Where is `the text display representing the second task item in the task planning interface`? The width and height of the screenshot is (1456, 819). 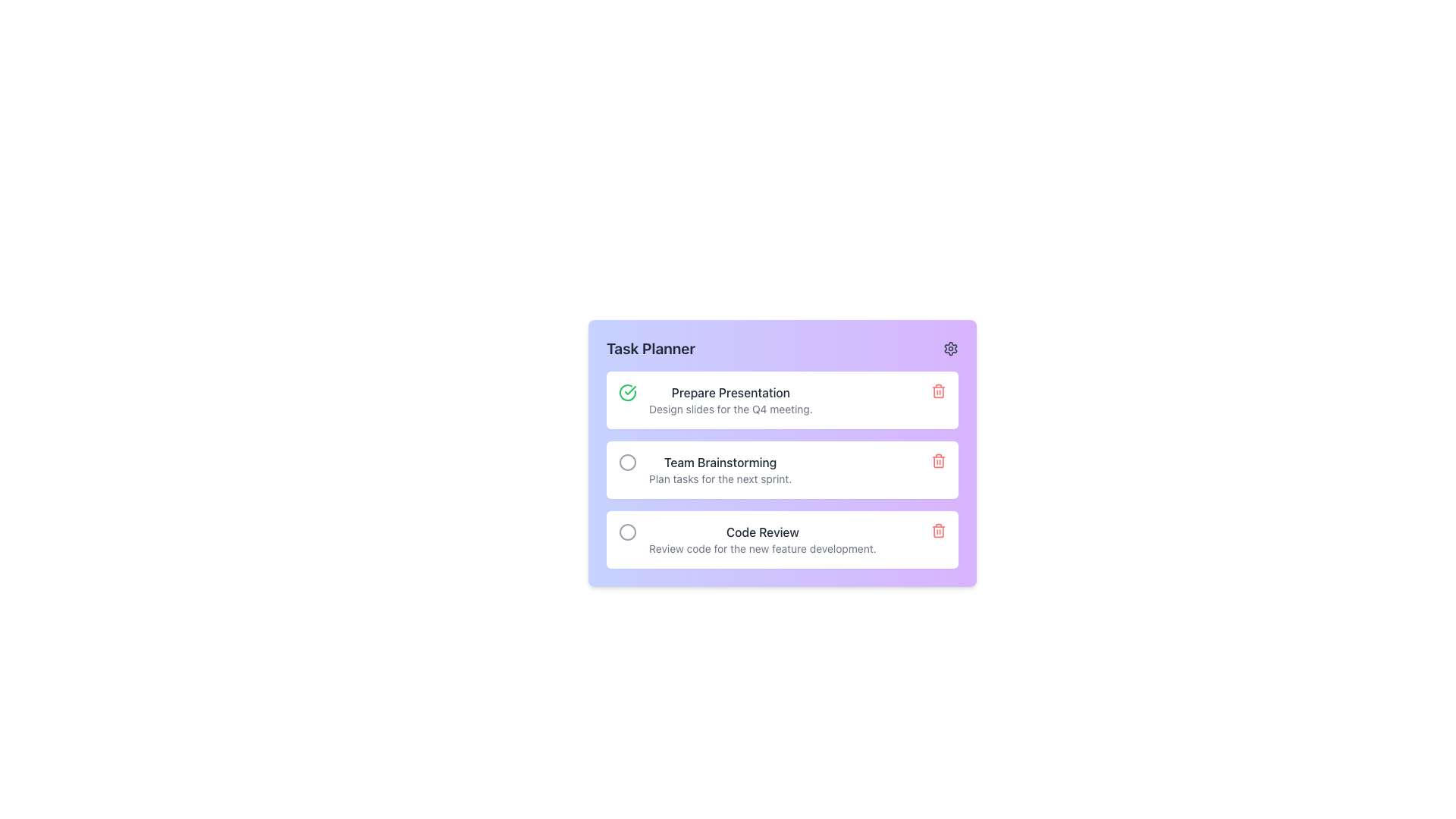
the text display representing the second task item in the task planning interface is located at coordinates (720, 469).